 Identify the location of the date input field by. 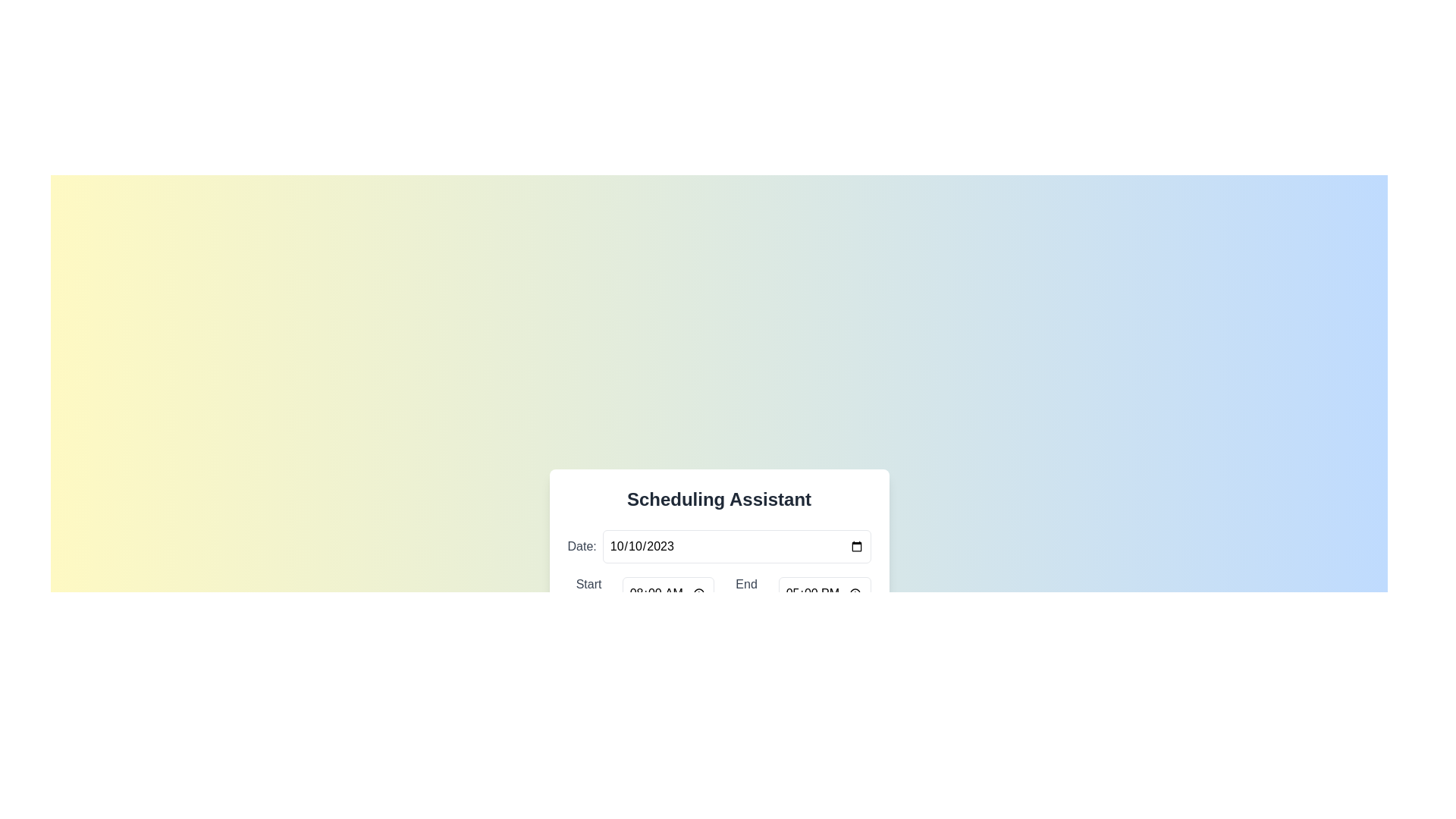
(736, 547).